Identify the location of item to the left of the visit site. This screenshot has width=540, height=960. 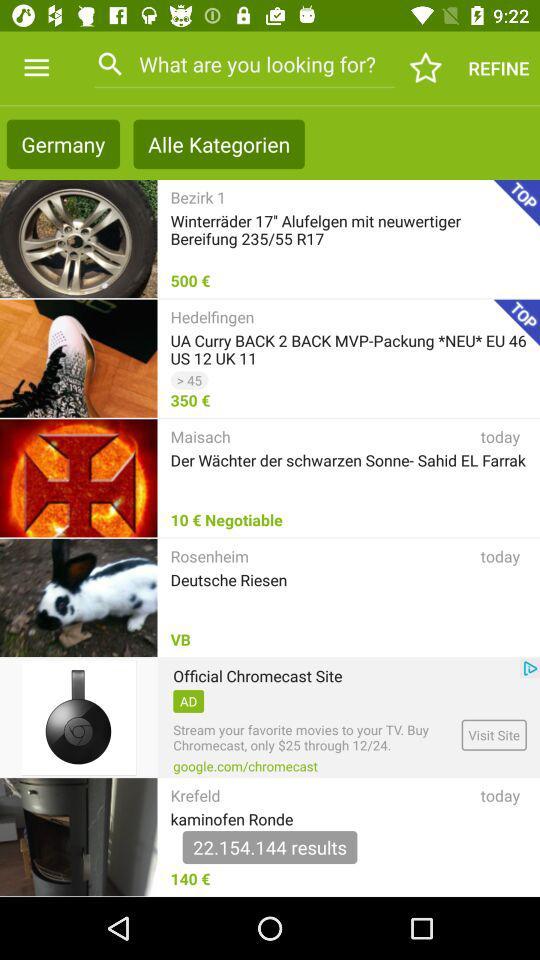
(314, 736).